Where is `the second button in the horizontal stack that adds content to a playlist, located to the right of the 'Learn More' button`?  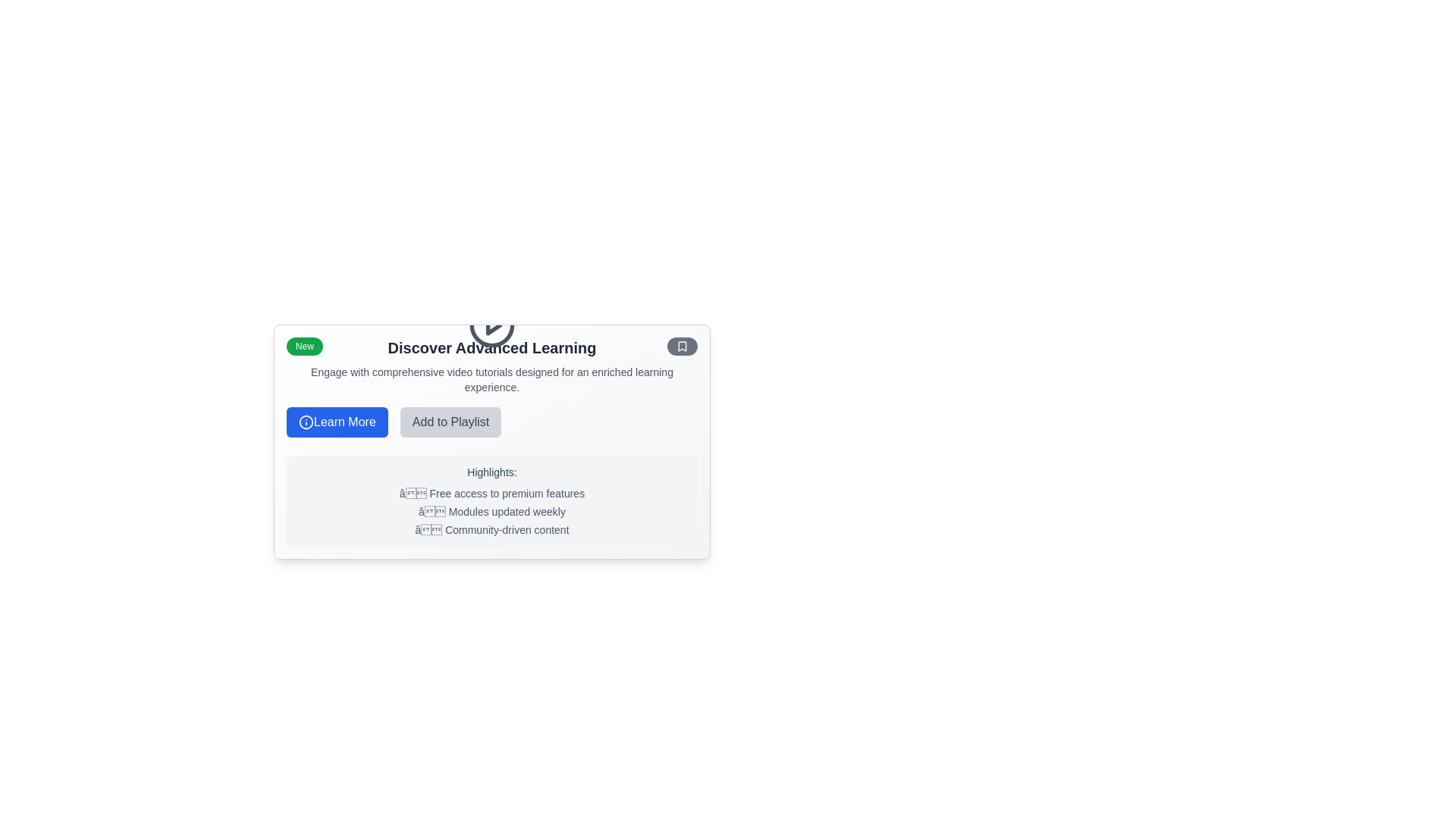
the second button in the horizontal stack that adds content to a playlist, located to the right of the 'Learn More' button is located at coordinates (450, 422).